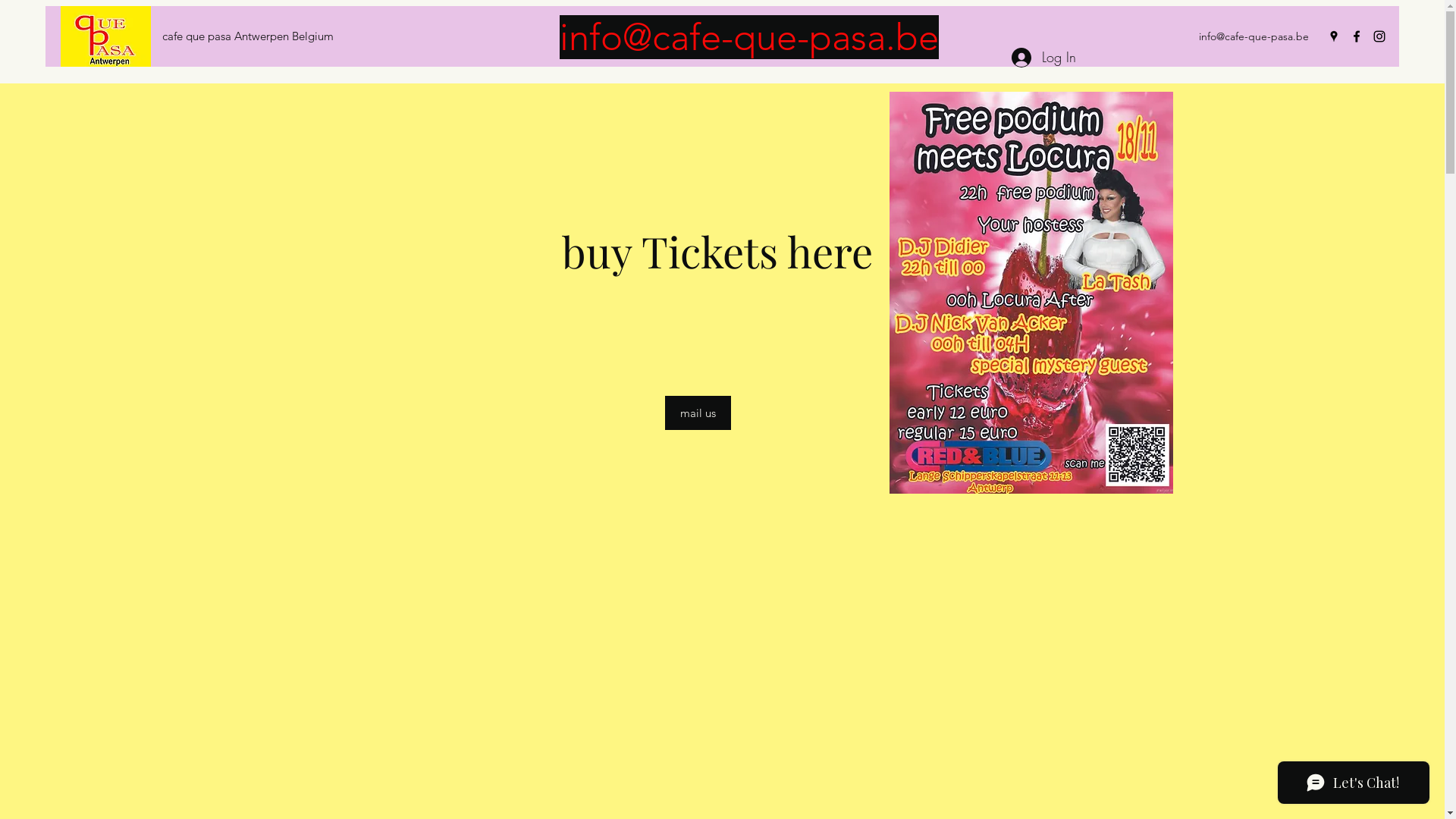 This screenshot has width=1456, height=819. Describe the element at coordinates (696, 413) in the screenshot. I see `'mail us'` at that location.